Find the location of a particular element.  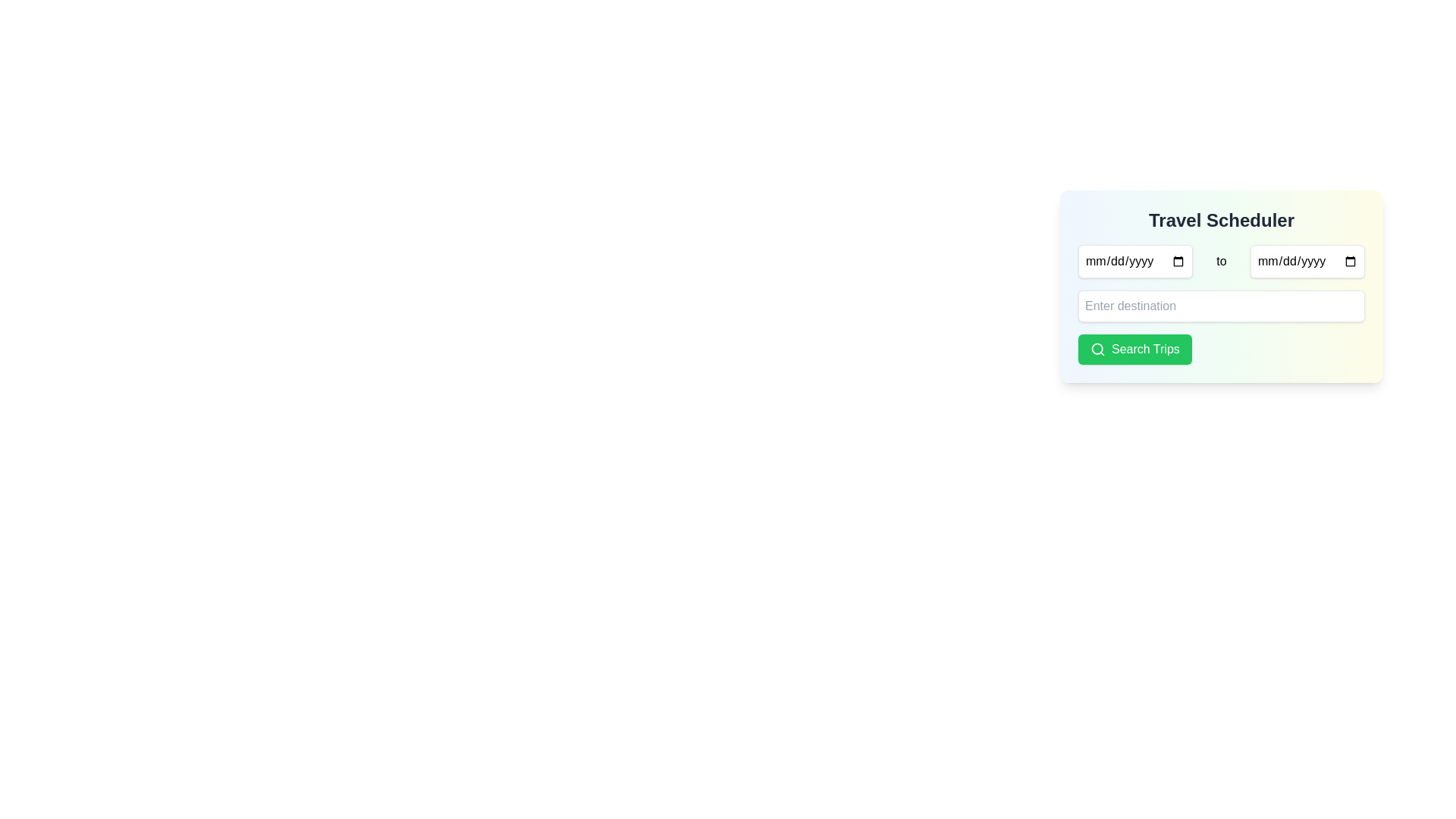

the decorative SVG circle component that is part of the magnifying glass icon within the 'Search Trips' button is located at coordinates (1097, 349).